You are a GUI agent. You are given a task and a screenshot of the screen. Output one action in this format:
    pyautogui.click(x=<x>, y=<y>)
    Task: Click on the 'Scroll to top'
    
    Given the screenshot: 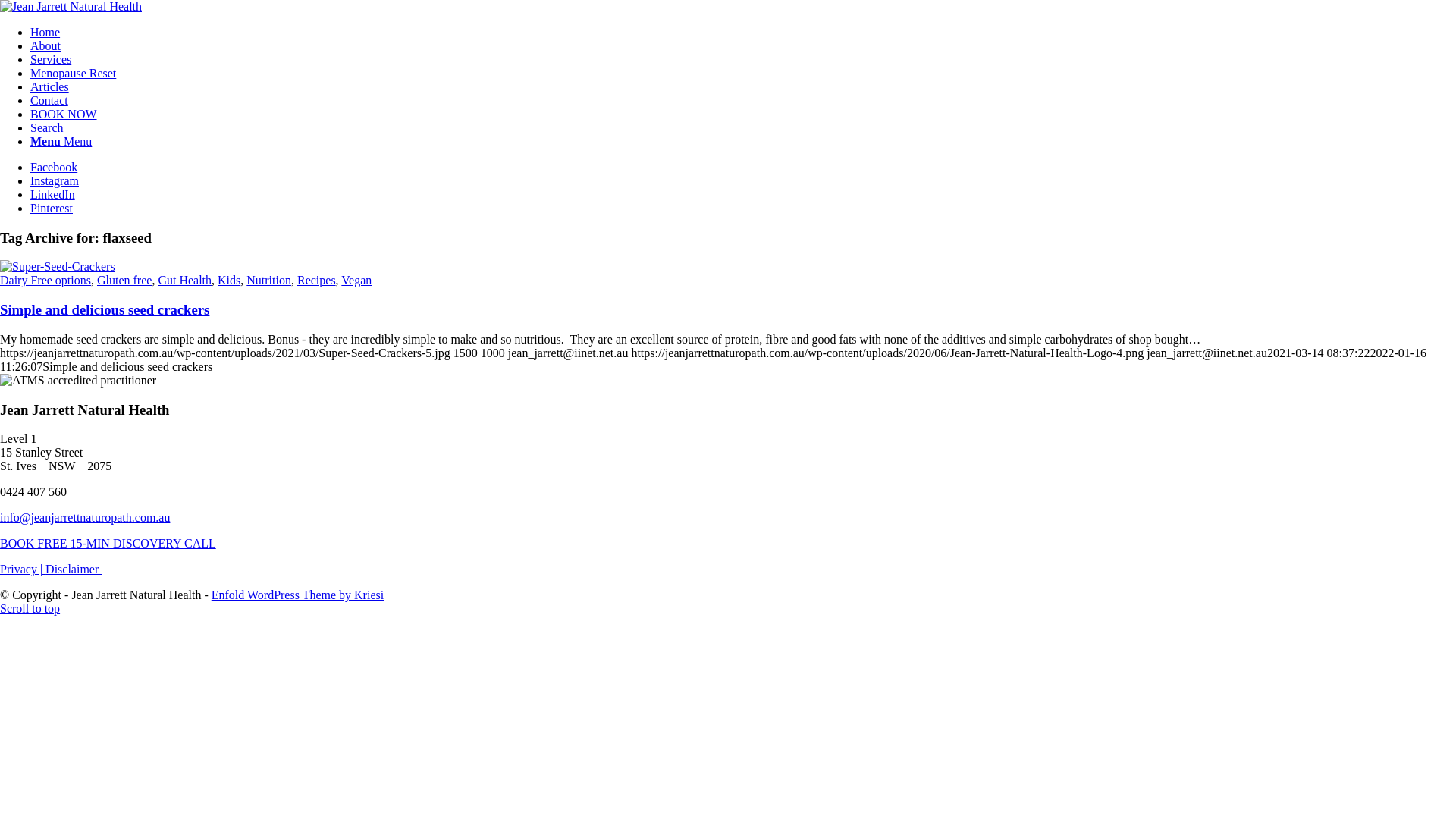 What is the action you would take?
    pyautogui.click(x=30, y=607)
    